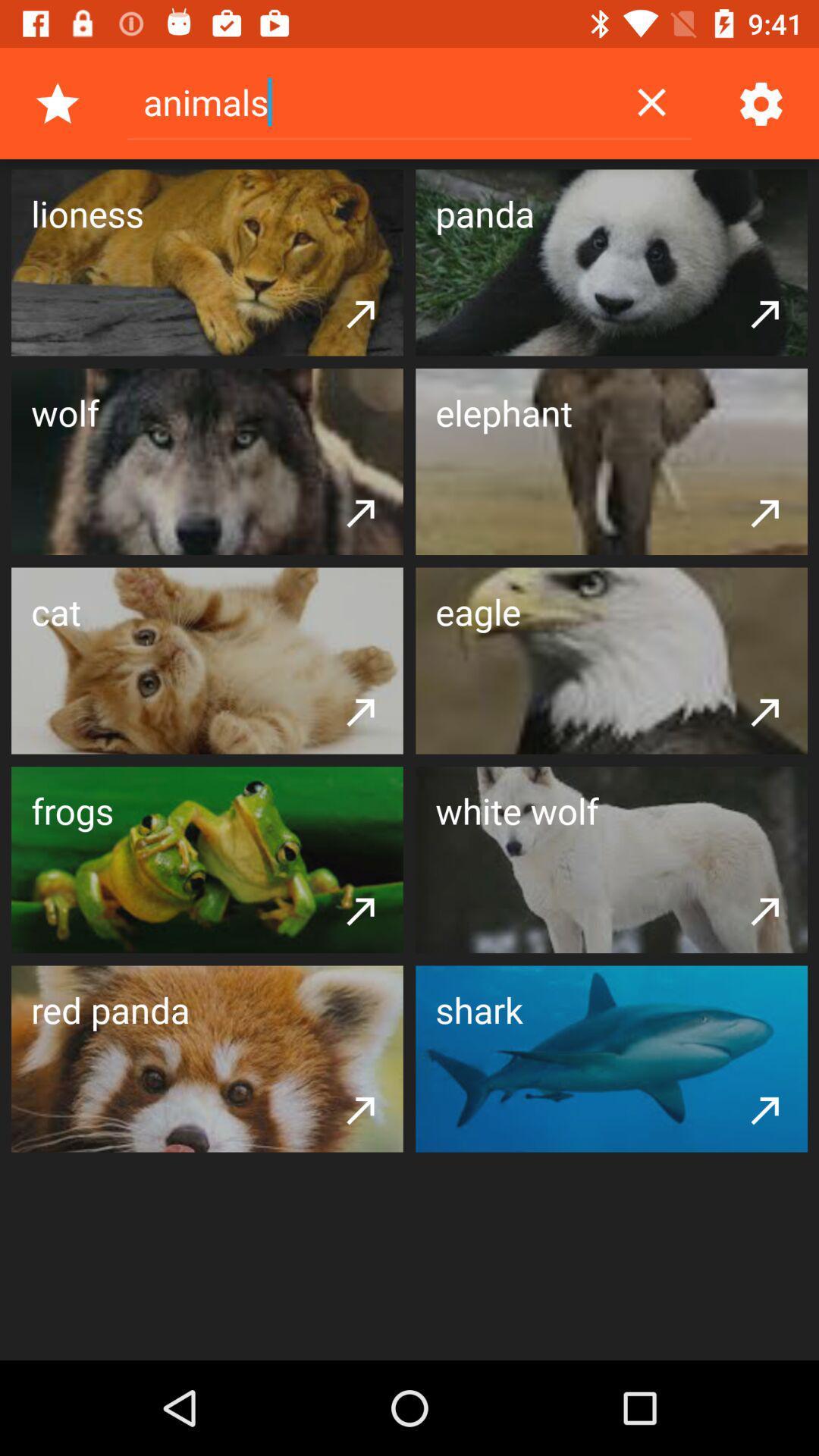 The width and height of the screenshot is (819, 1456). Describe the element at coordinates (765, 910) in the screenshot. I see `the item below the white wolf` at that location.